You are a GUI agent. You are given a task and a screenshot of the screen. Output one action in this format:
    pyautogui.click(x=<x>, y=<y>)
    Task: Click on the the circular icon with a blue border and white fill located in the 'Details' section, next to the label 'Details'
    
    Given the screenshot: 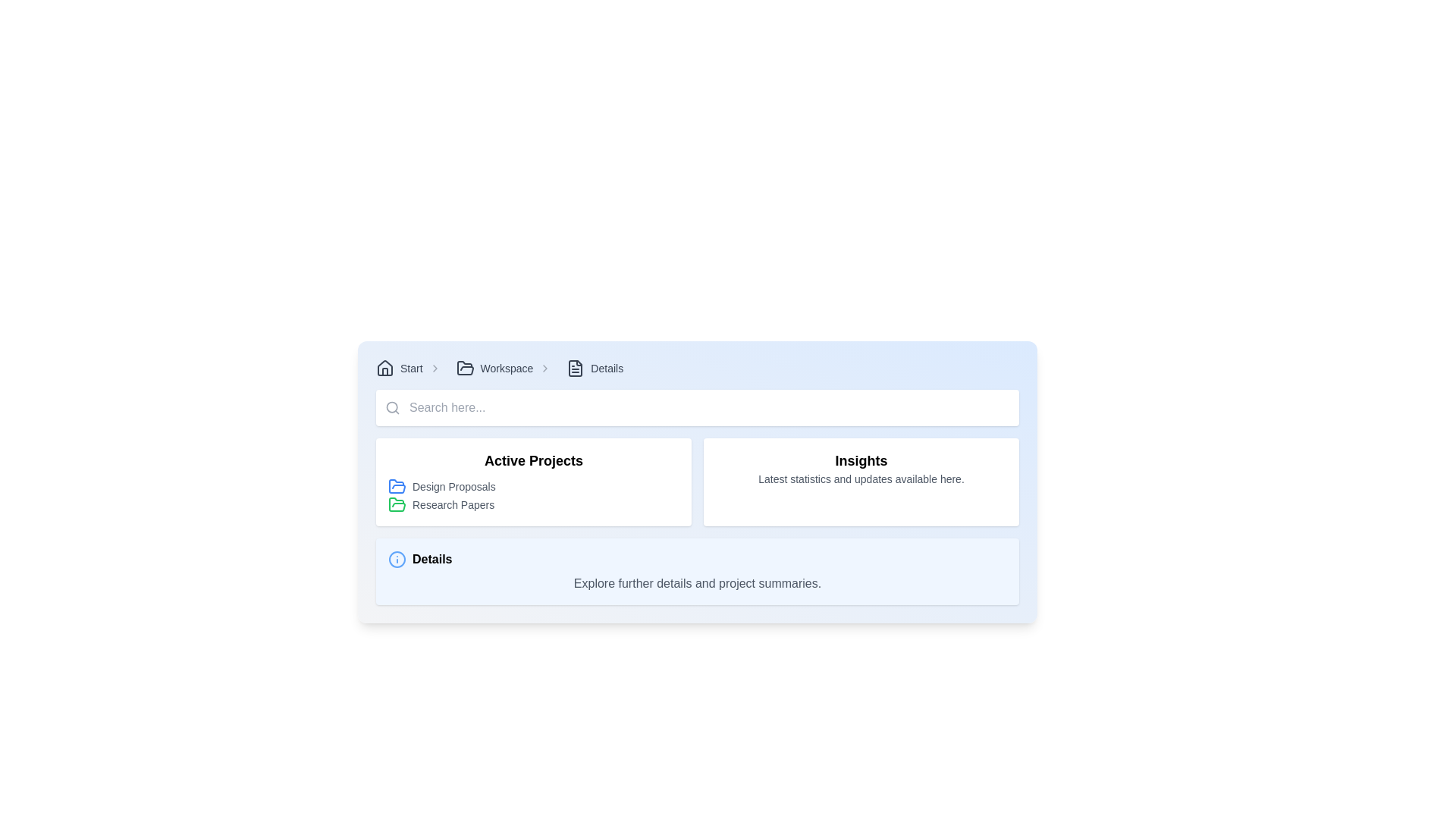 What is the action you would take?
    pyautogui.click(x=397, y=559)
    